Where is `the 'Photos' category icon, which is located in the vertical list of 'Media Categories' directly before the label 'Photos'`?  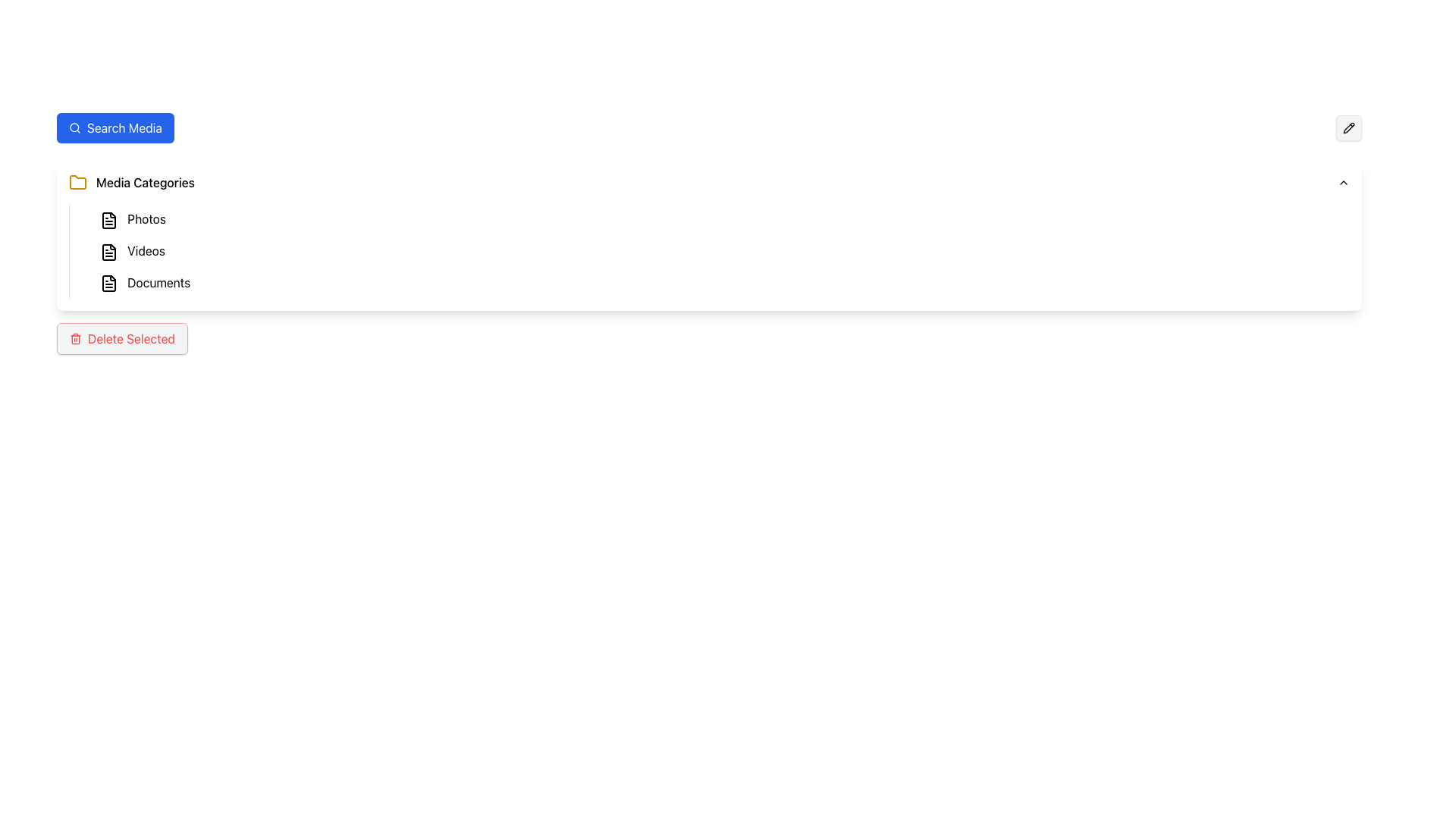 the 'Photos' category icon, which is located in the vertical list of 'Media Categories' directly before the label 'Photos' is located at coordinates (108, 219).